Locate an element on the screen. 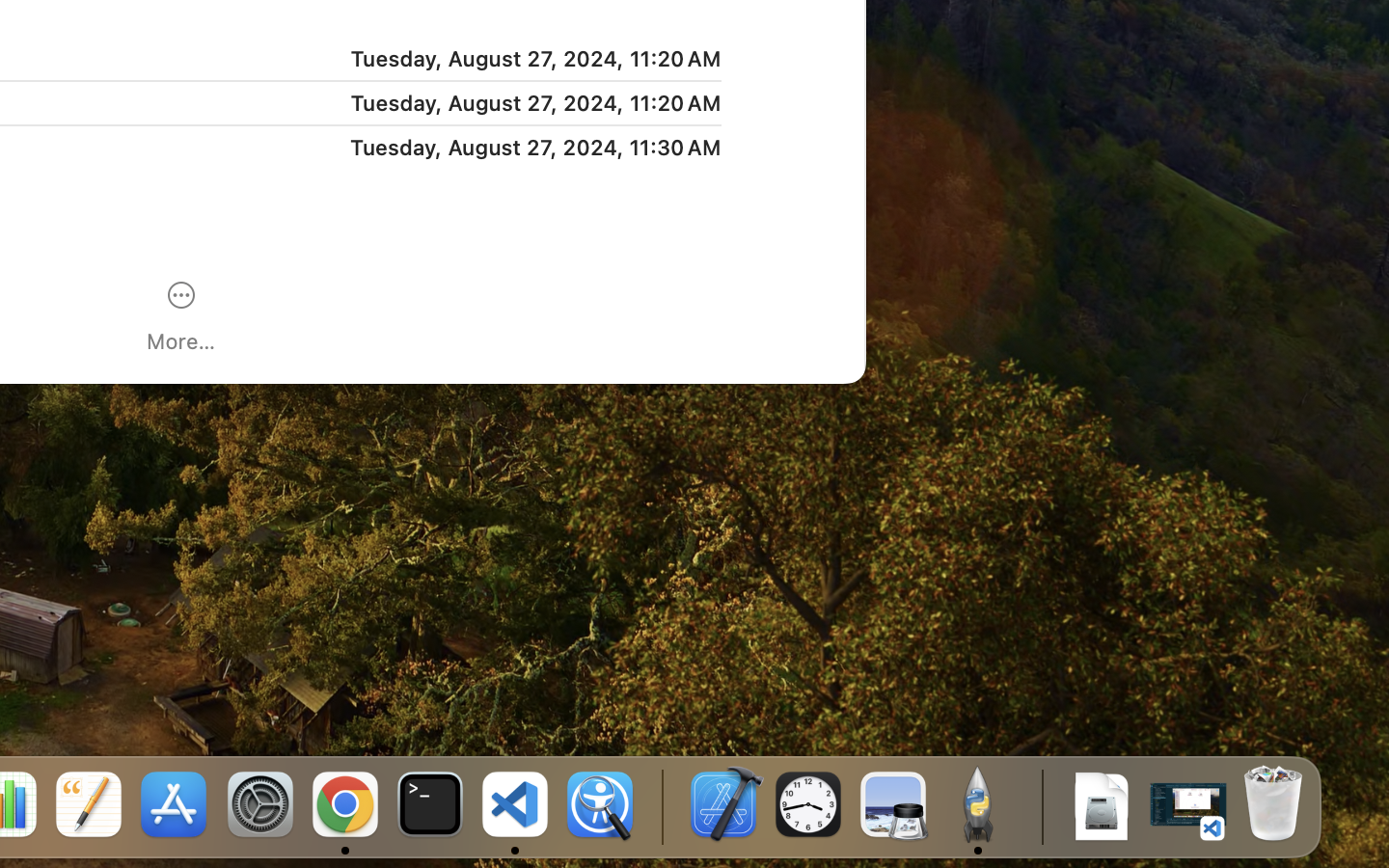 The image size is (1389, 868). '0.4285714328289032' is located at coordinates (661, 805).